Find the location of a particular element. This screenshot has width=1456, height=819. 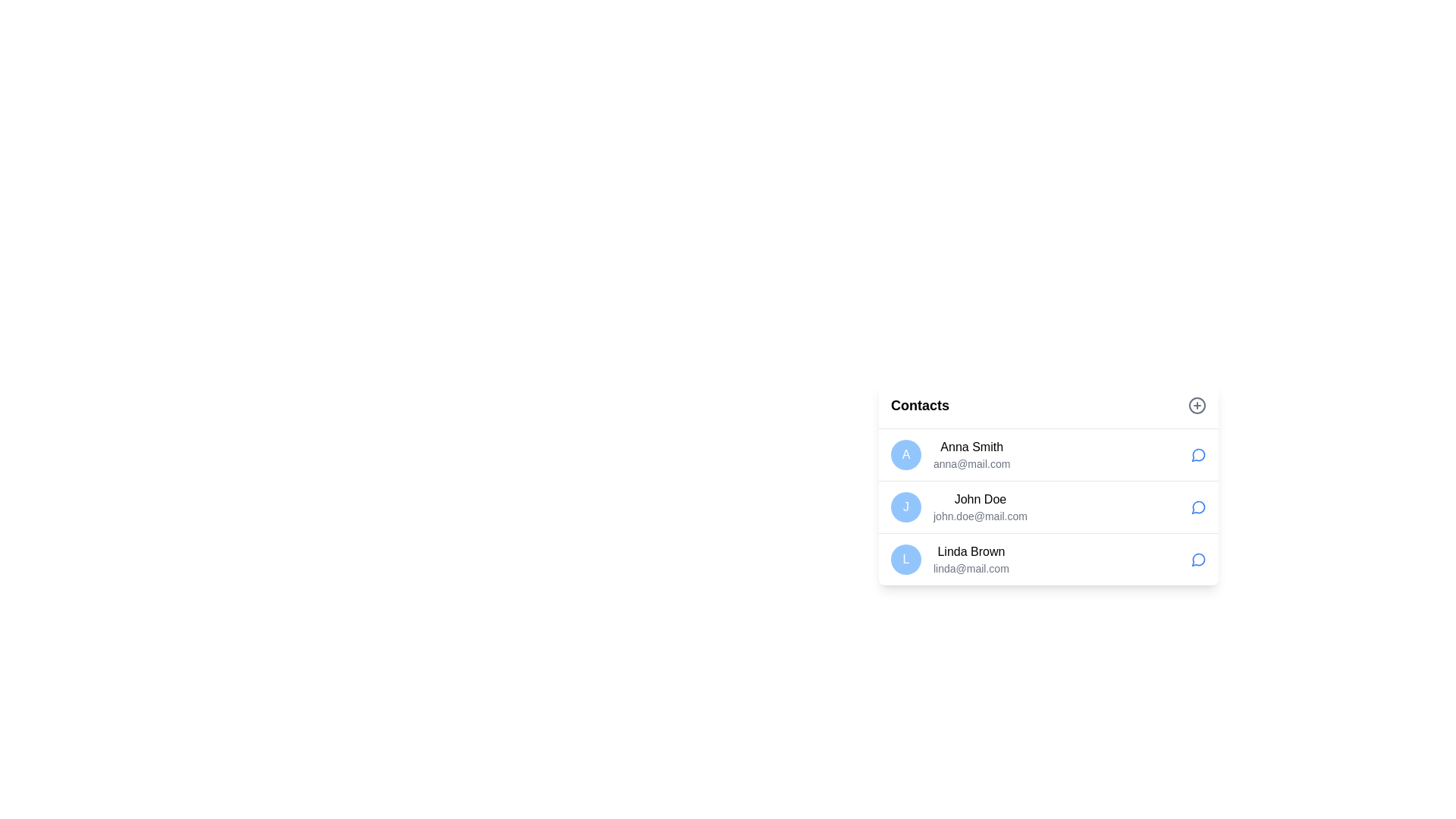

the circular boundary surrounding the plus icon in the top-right corner of the contacts panel is located at coordinates (1197, 405).